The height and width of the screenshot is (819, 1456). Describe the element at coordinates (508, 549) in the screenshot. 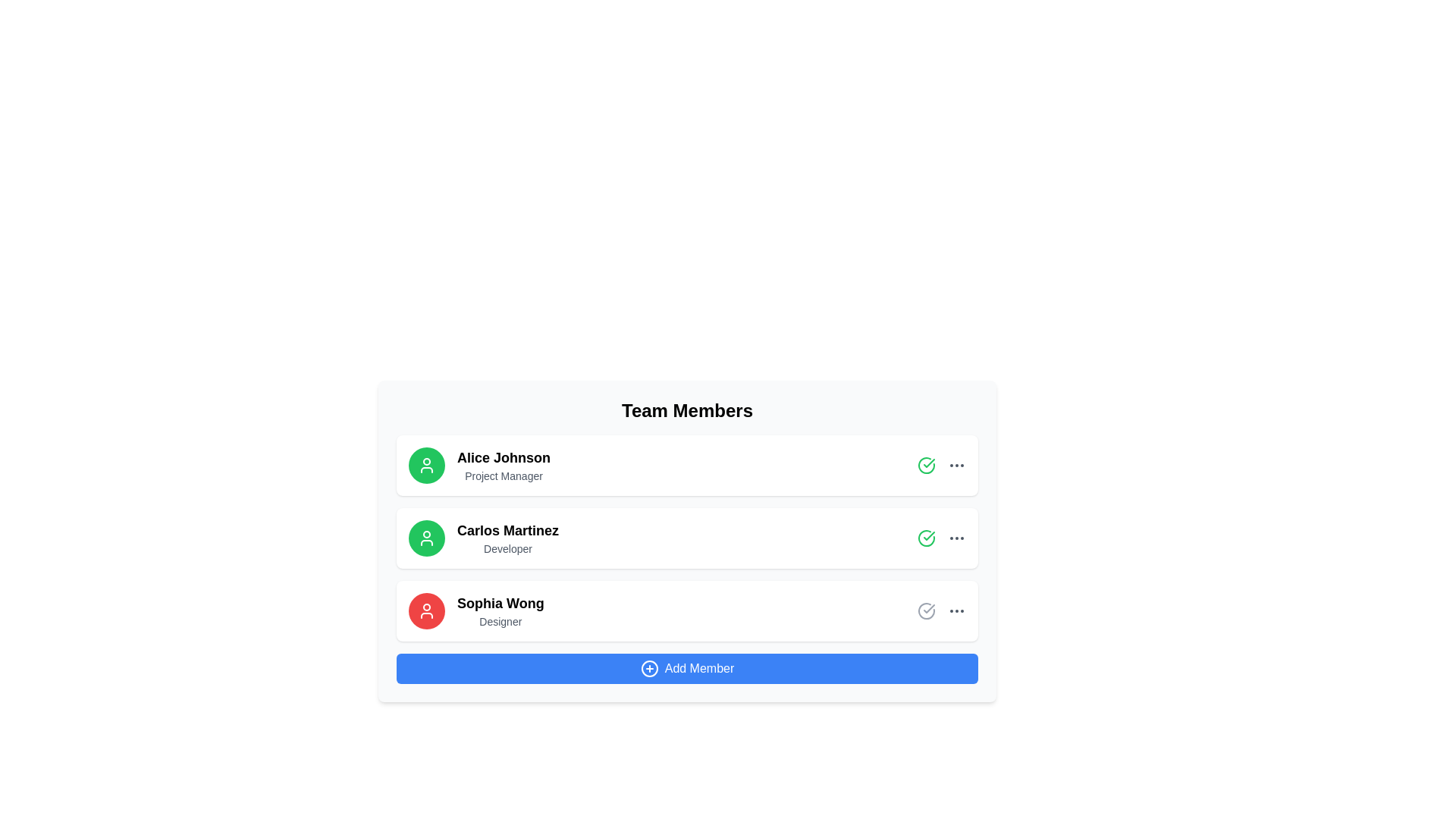

I see `text label displaying 'Developer' located beneath the name 'Carlos Martinez' in his profile card` at that location.